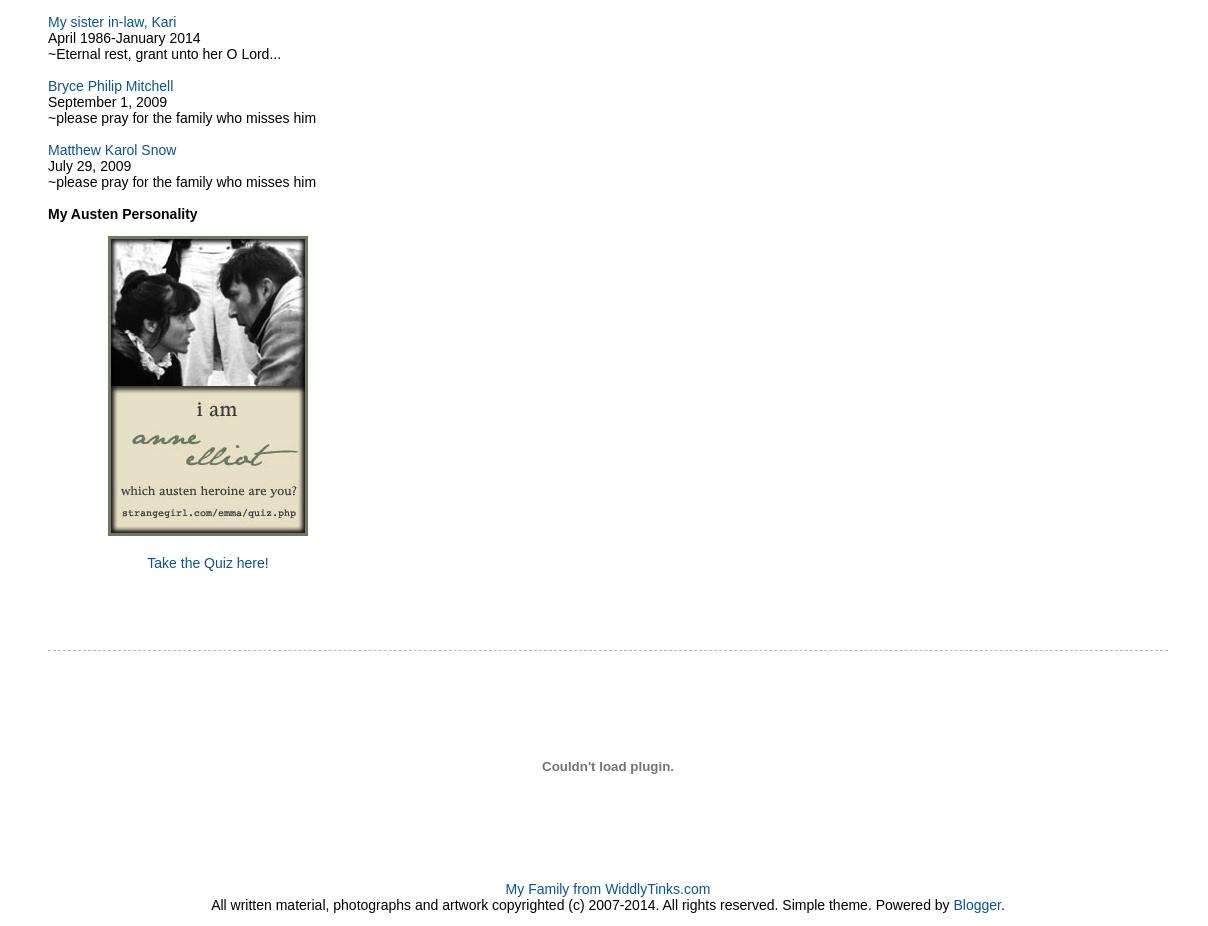 Image resolution: width=1208 pixels, height=926 pixels. What do you see at coordinates (88, 165) in the screenshot?
I see `'July 29, 2009'` at bounding box center [88, 165].